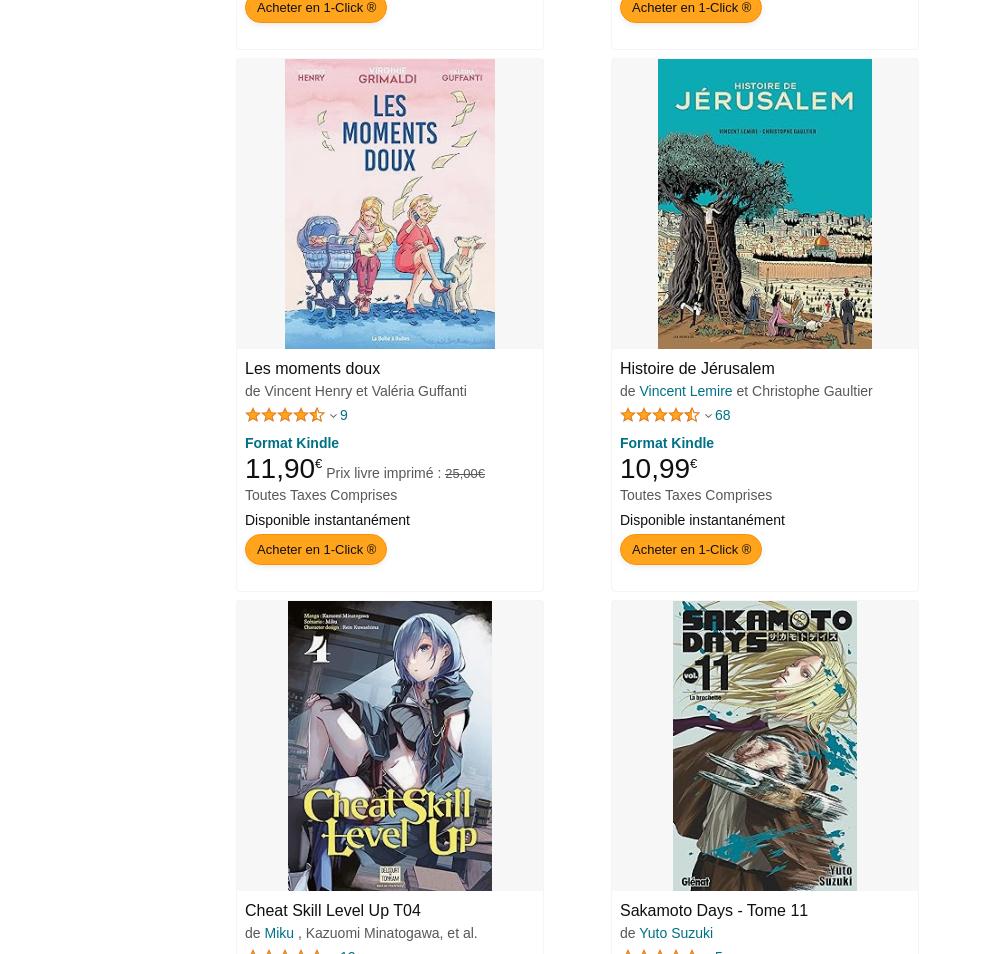  What do you see at coordinates (385, 472) in the screenshot?
I see `'Prix livre imprimé :'` at bounding box center [385, 472].